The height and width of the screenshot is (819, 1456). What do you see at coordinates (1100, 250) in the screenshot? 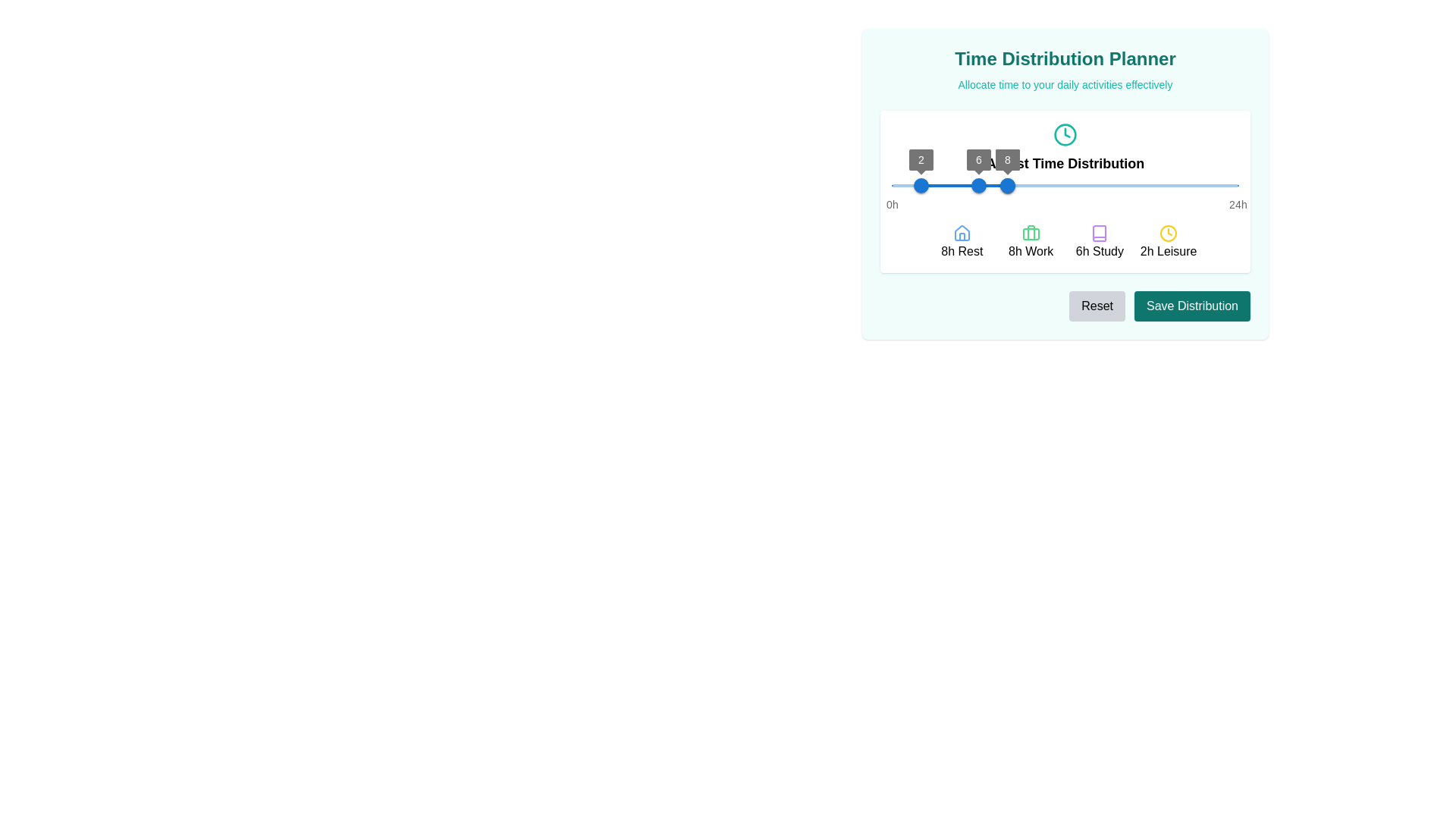
I see `the context of the text label displaying '6h Study', which is styled in black and positioned beneath the purple book icon` at bounding box center [1100, 250].